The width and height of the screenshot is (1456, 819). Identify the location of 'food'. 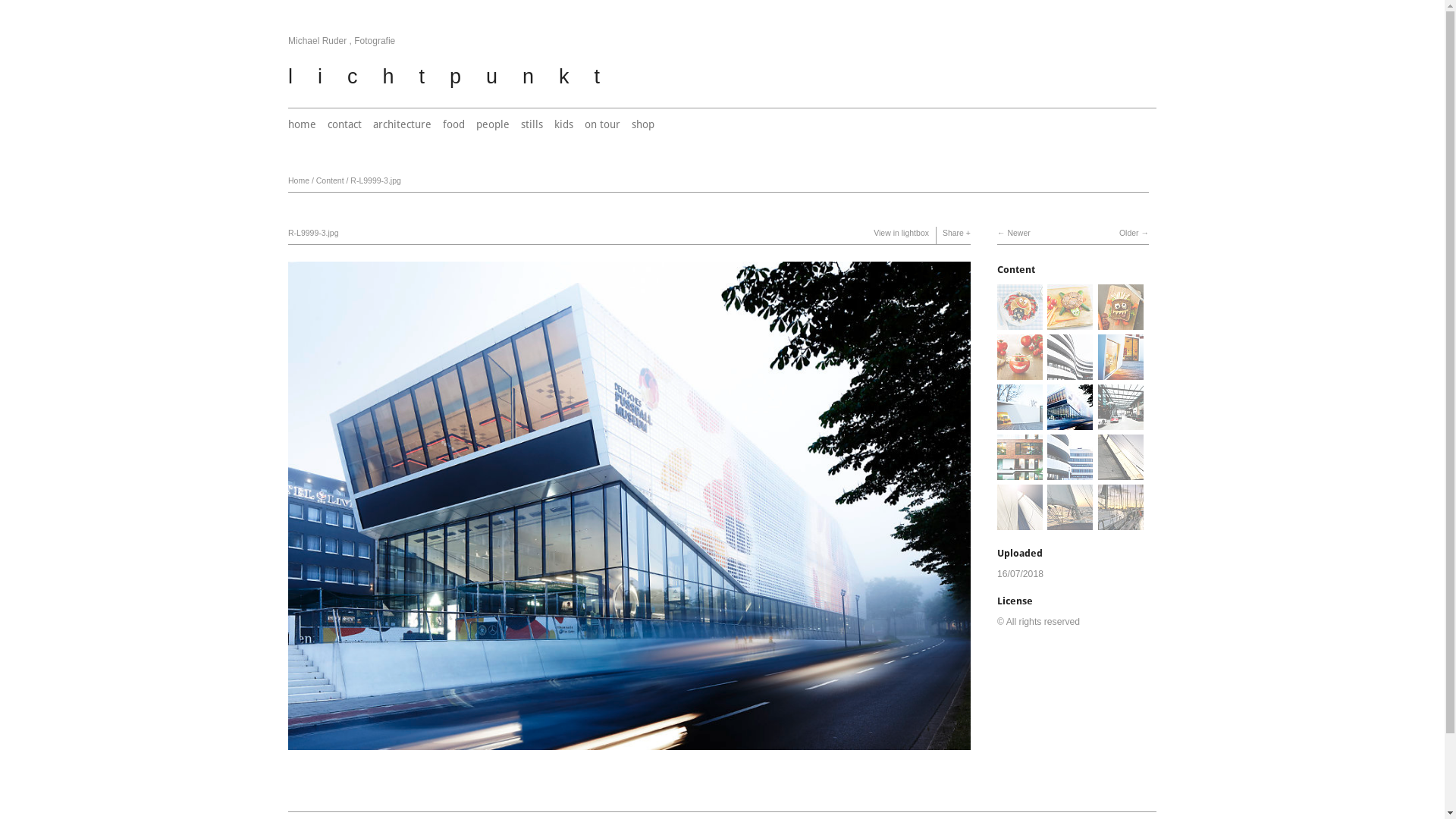
(453, 124).